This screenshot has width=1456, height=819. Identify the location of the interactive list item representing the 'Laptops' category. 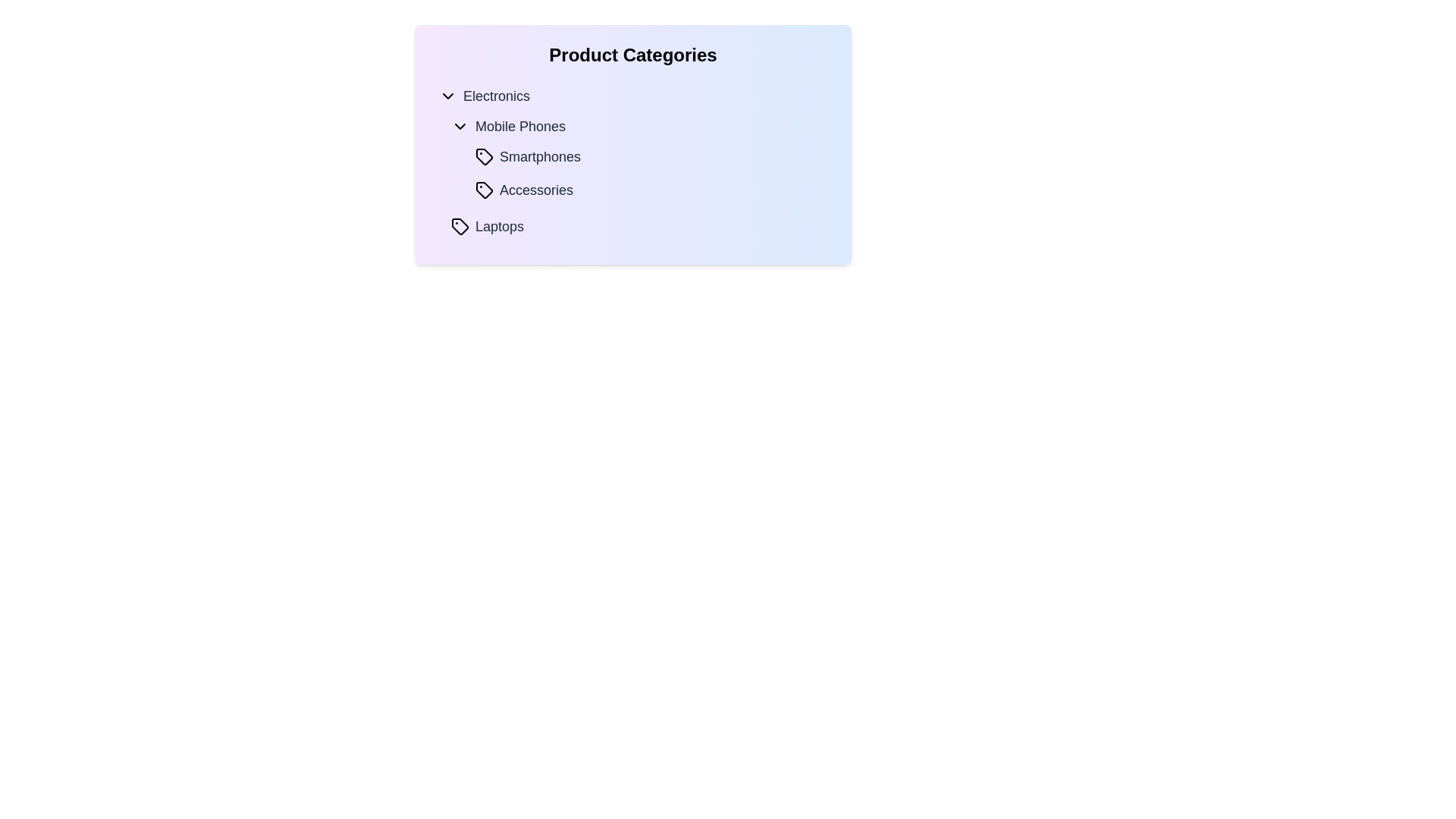
(639, 227).